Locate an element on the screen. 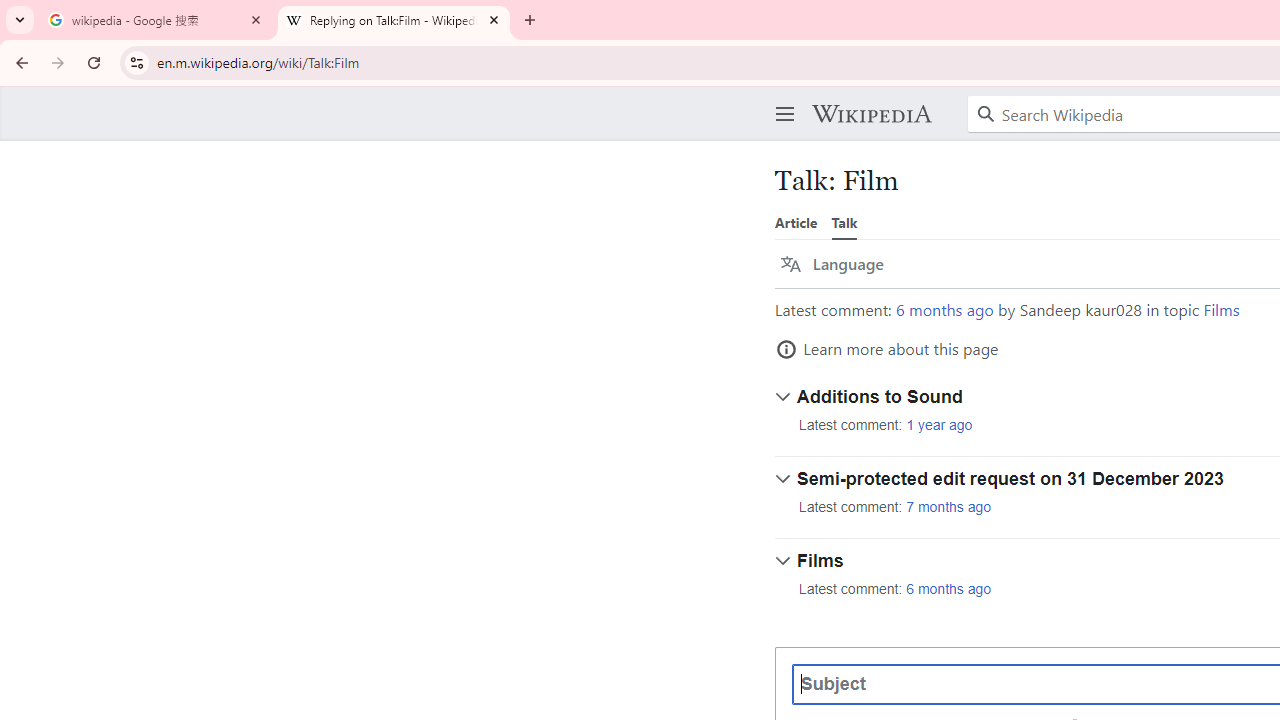 Image resolution: width=1280 pixels, height=720 pixels. 'Films' is located at coordinates (1220, 309).